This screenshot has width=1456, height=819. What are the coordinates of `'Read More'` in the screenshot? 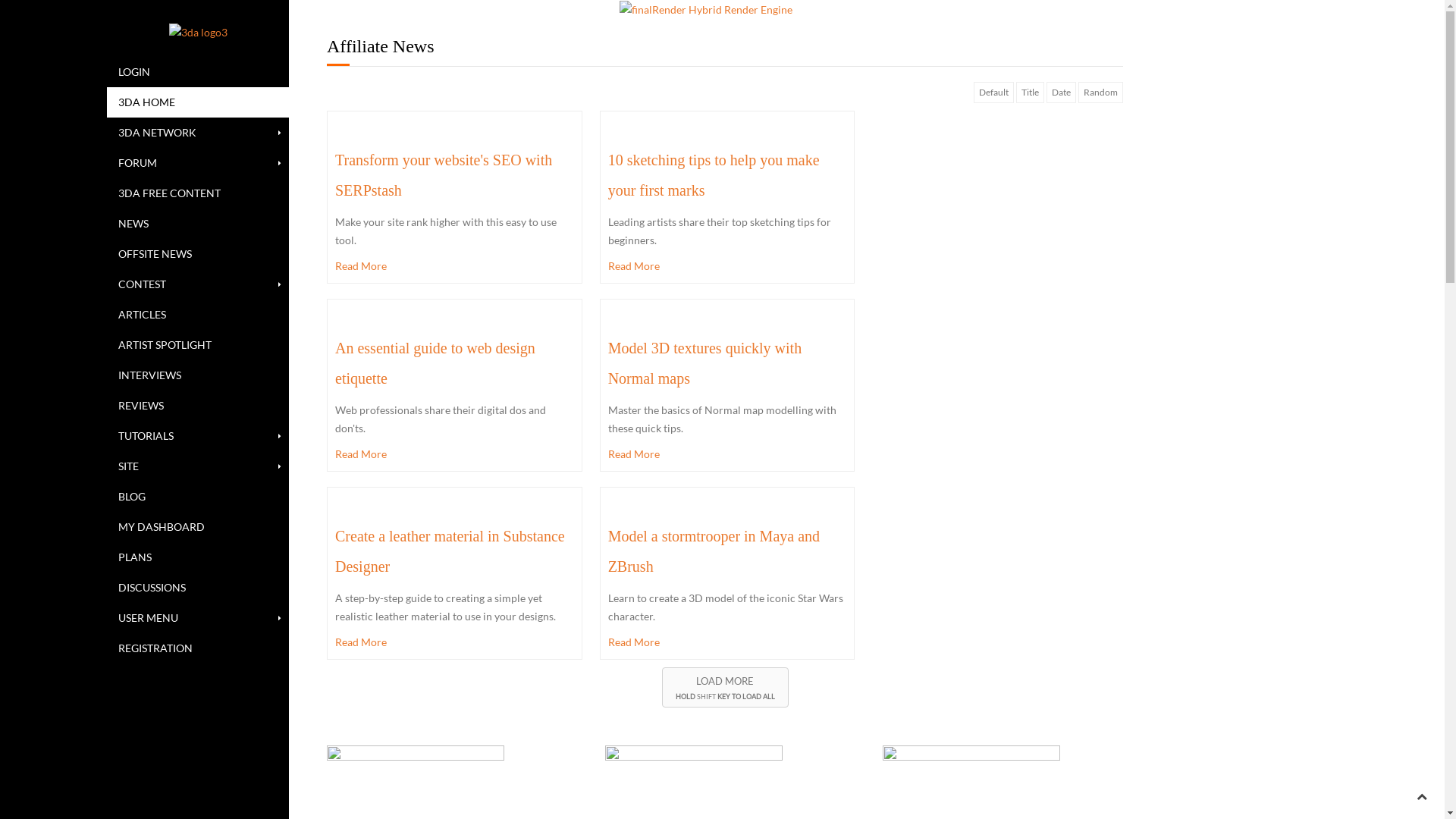 It's located at (607, 642).